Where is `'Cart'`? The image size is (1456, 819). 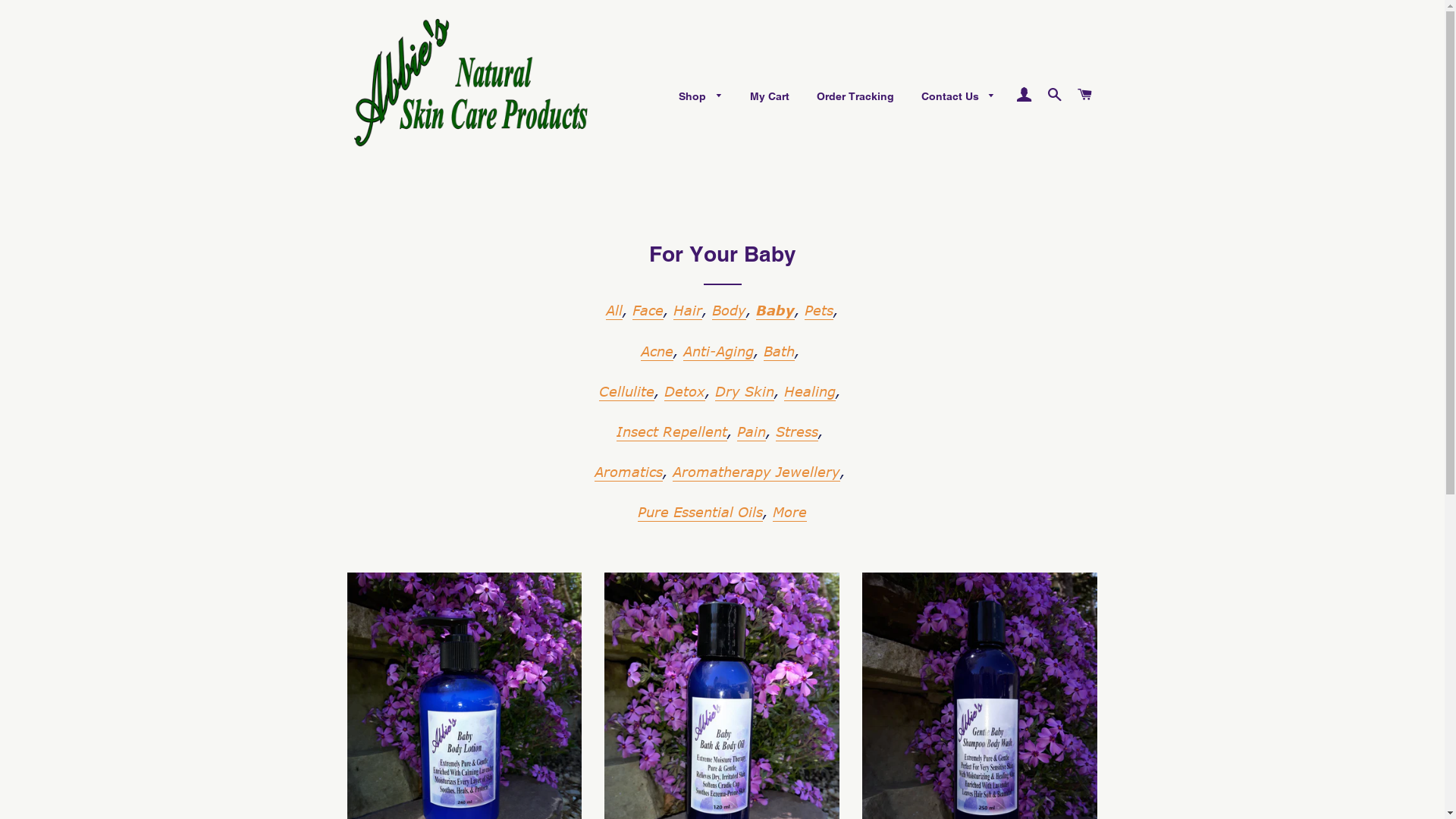
'Cart' is located at coordinates (1070, 94).